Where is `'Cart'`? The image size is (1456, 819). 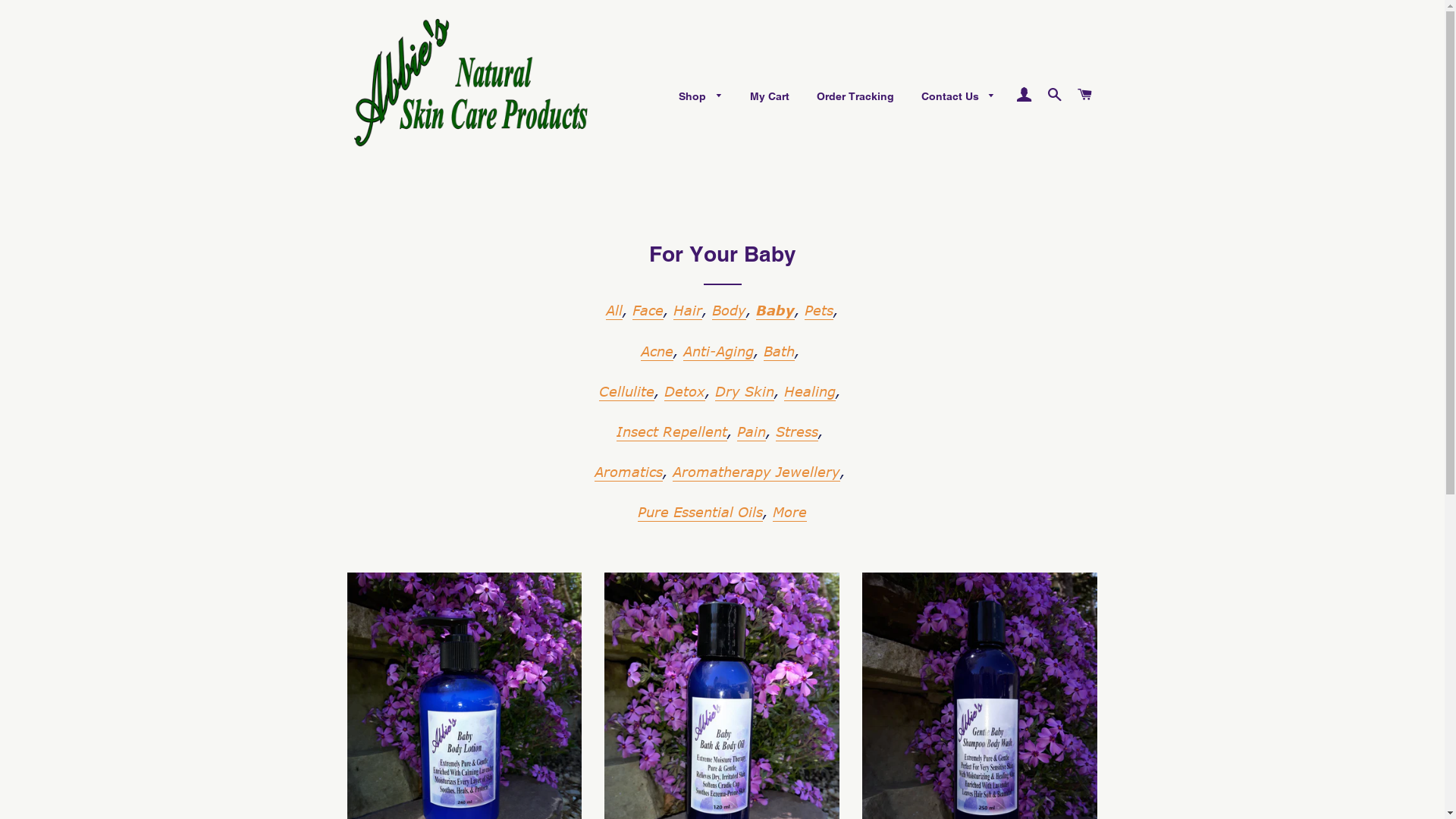
'Cart' is located at coordinates (1070, 94).